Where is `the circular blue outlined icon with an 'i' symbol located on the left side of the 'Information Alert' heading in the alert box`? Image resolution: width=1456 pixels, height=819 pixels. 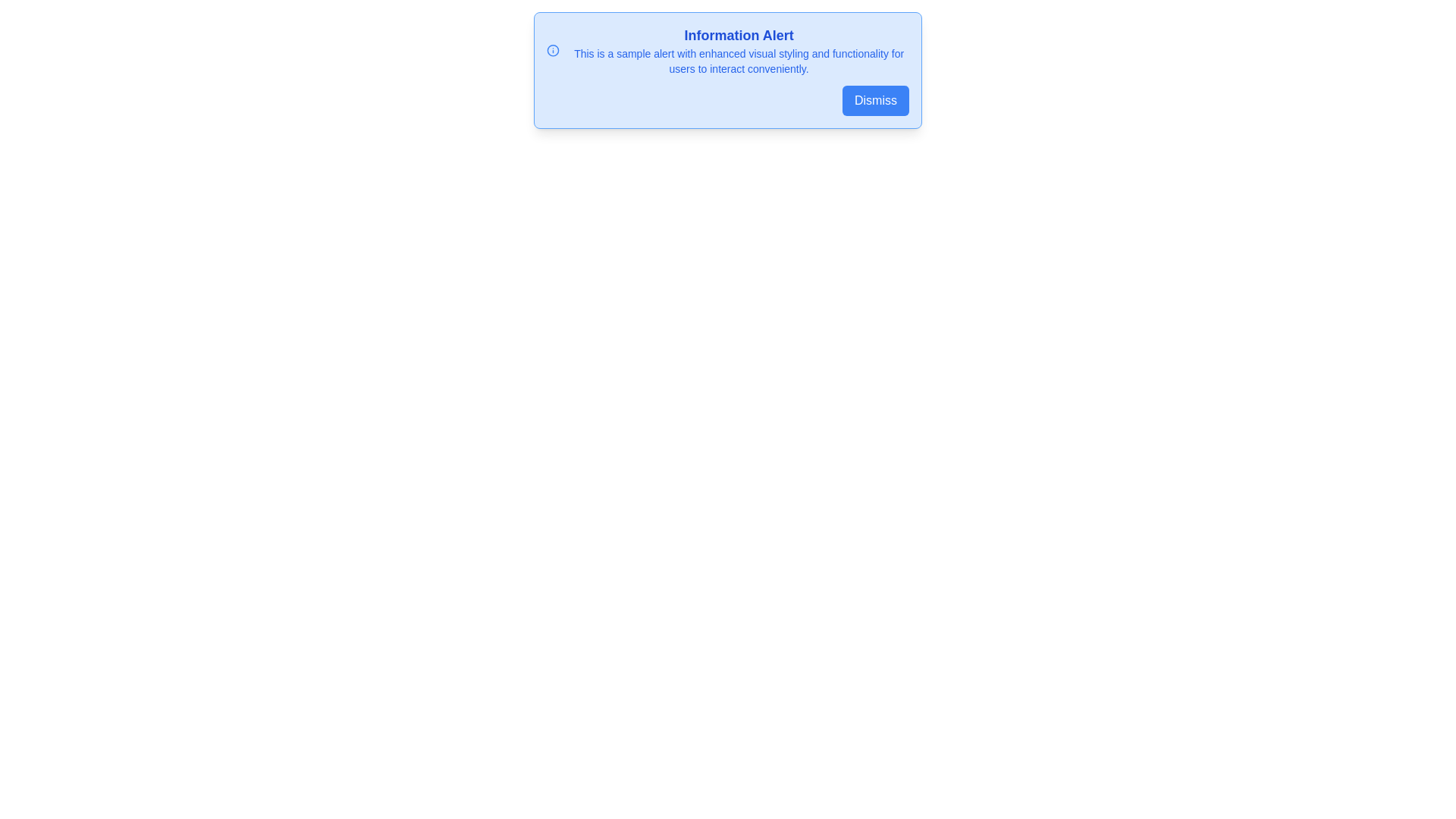
the circular blue outlined icon with an 'i' symbol located on the left side of the 'Information Alert' heading in the alert box is located at coordinates (552, 49).